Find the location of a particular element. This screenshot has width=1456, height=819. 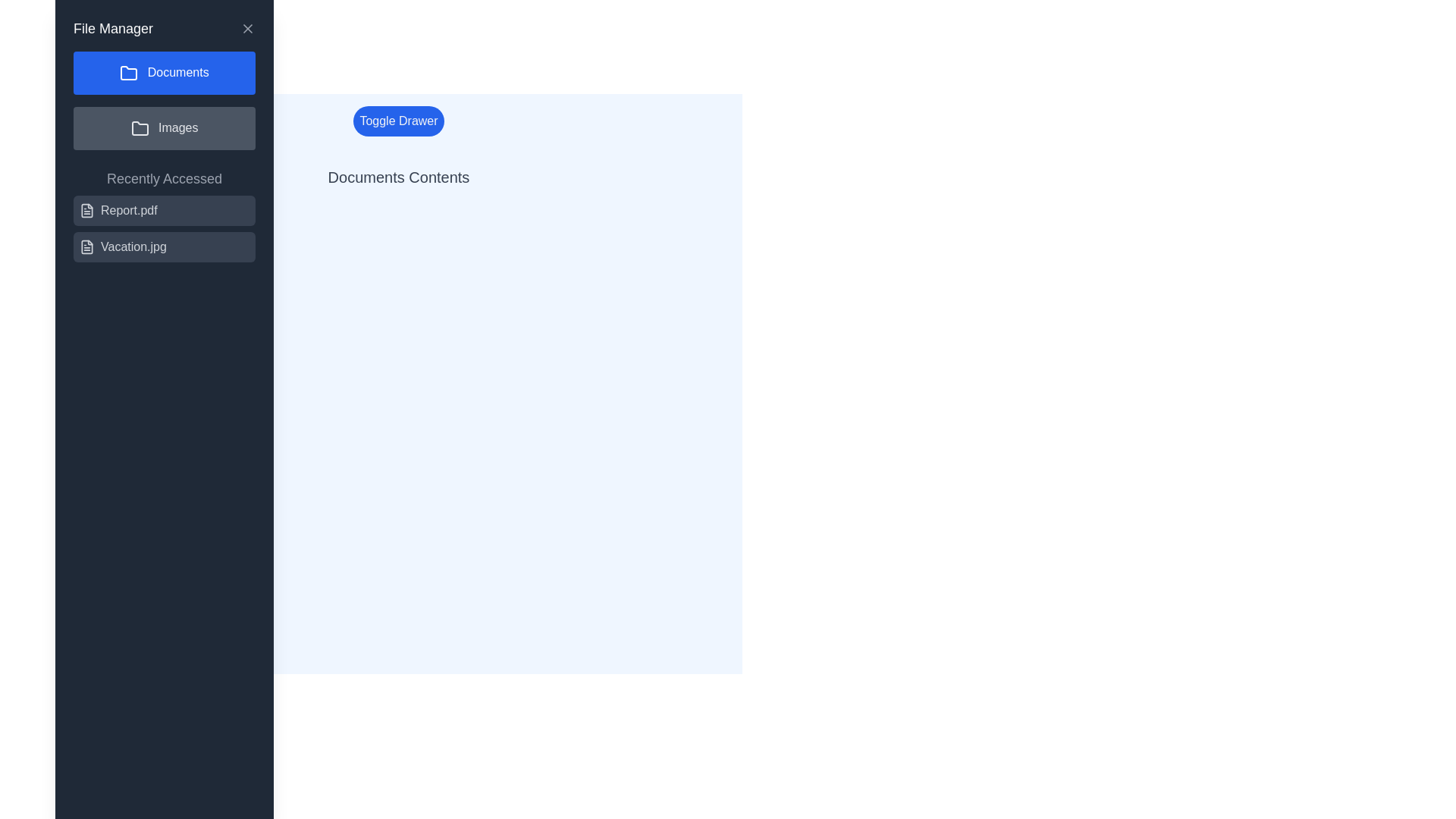

the close button located in the top-right corner of the 'File Manager' bar is located at coordinates (247, 29).